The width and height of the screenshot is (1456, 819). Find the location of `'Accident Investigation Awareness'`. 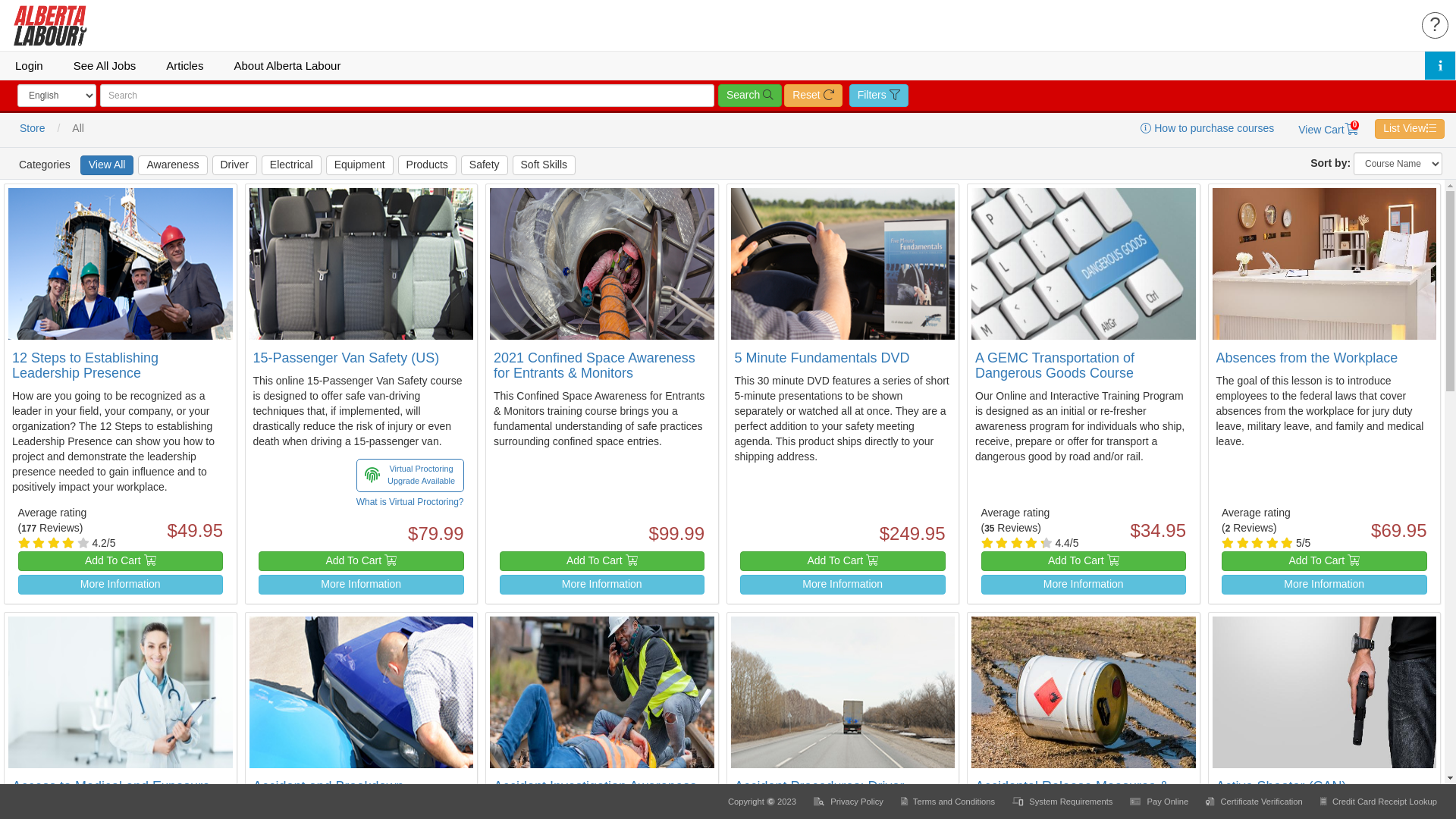

'Accident Investigation Awareness' is located at coordinates (595, 786).